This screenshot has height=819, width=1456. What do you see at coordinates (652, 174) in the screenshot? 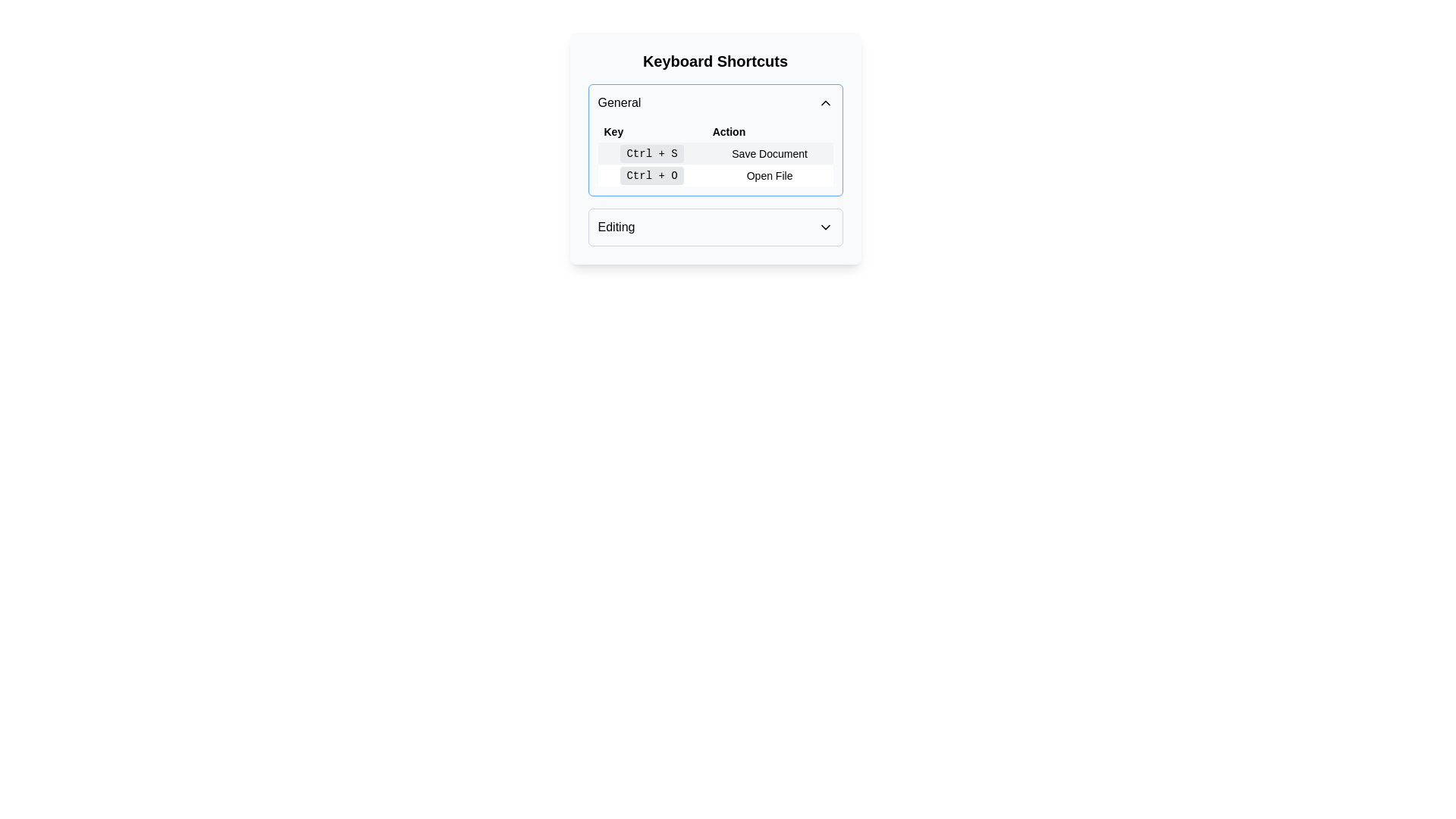
I see `the button-like text label containing 'Ctrl + O' in the 'Keyboard Shortcuts' section under the 'General' group` at bounding box center [652, 174].